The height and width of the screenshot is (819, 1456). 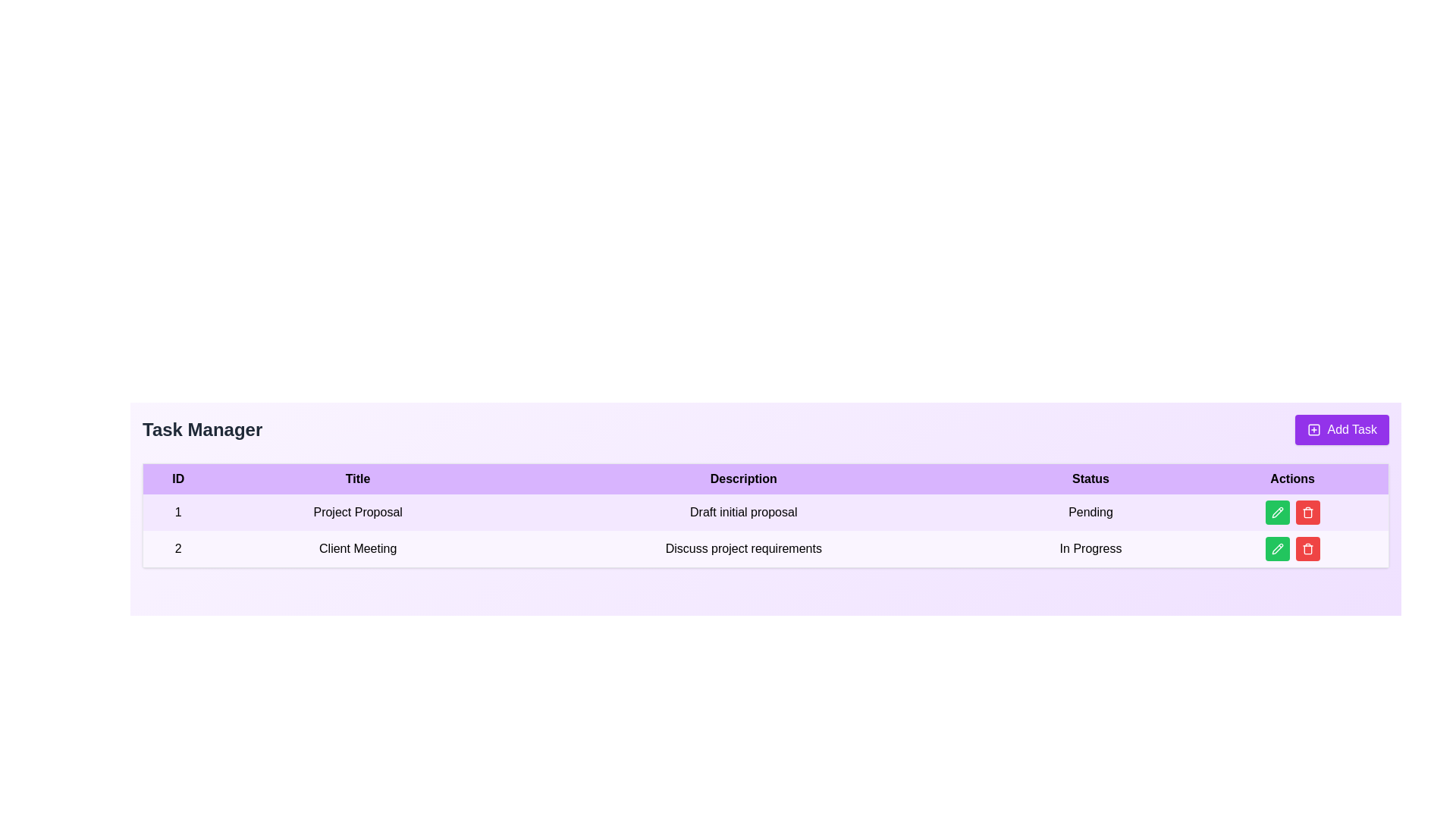 I want to click on text from the status indicator in the 'Status' column of the row labeled 'Project Proposal' with ID '1', so click(x=1090, y=512).